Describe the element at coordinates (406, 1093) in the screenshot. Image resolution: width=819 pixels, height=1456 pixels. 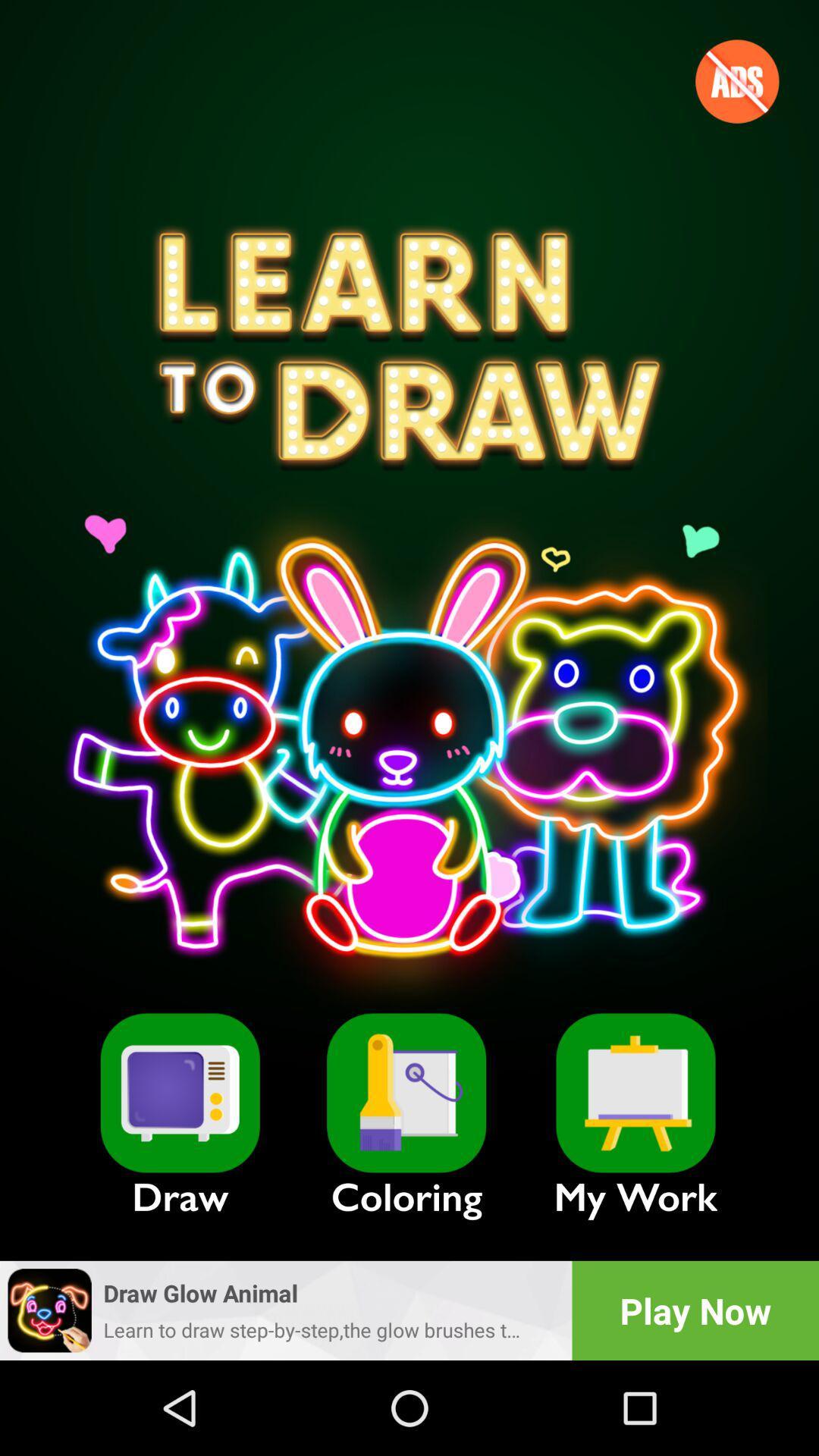
I see `the folder icon` at that location.